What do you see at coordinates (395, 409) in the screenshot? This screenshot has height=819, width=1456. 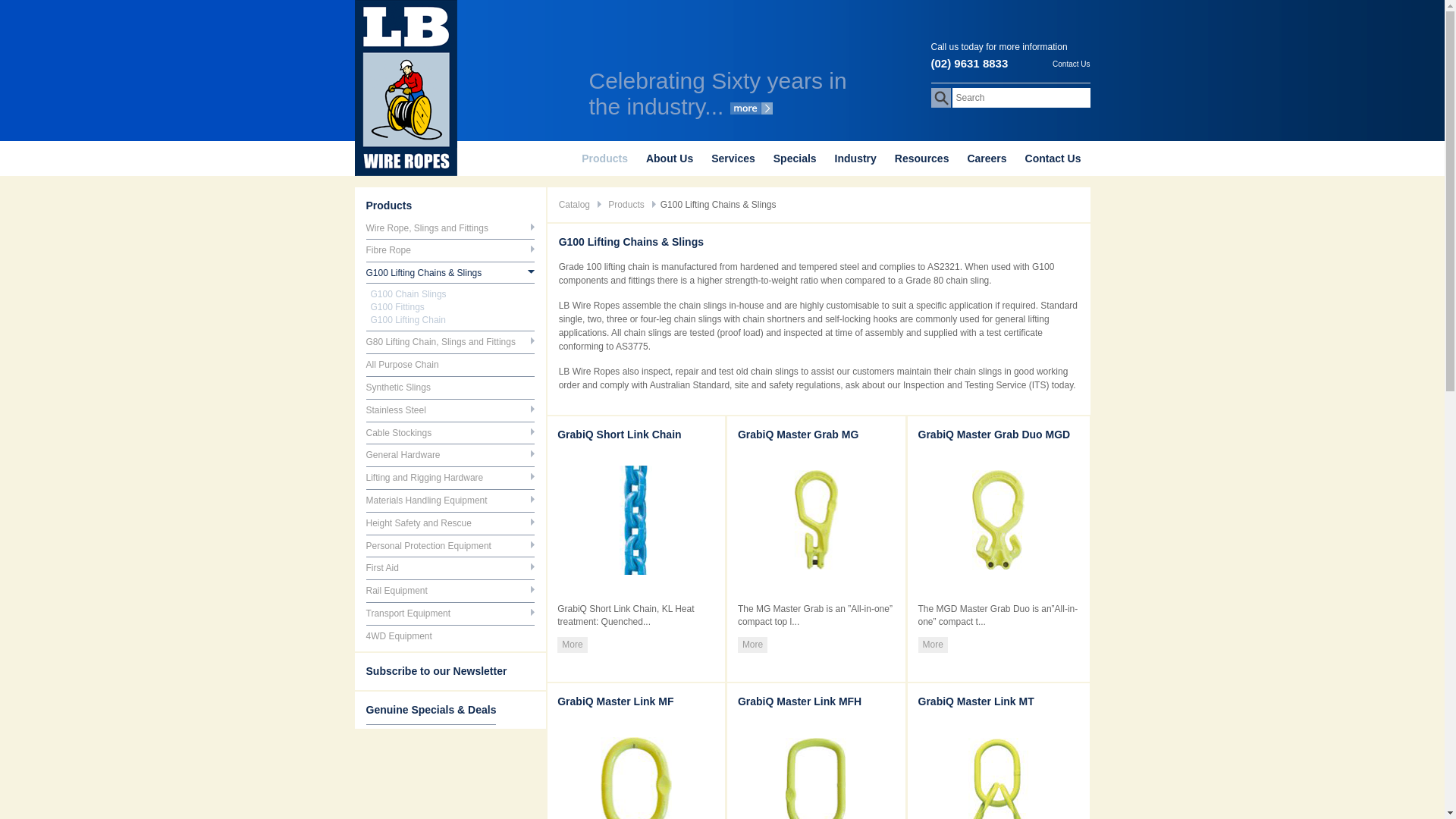 I see `'Stainless Steel'` at bounding box center [395, 409].